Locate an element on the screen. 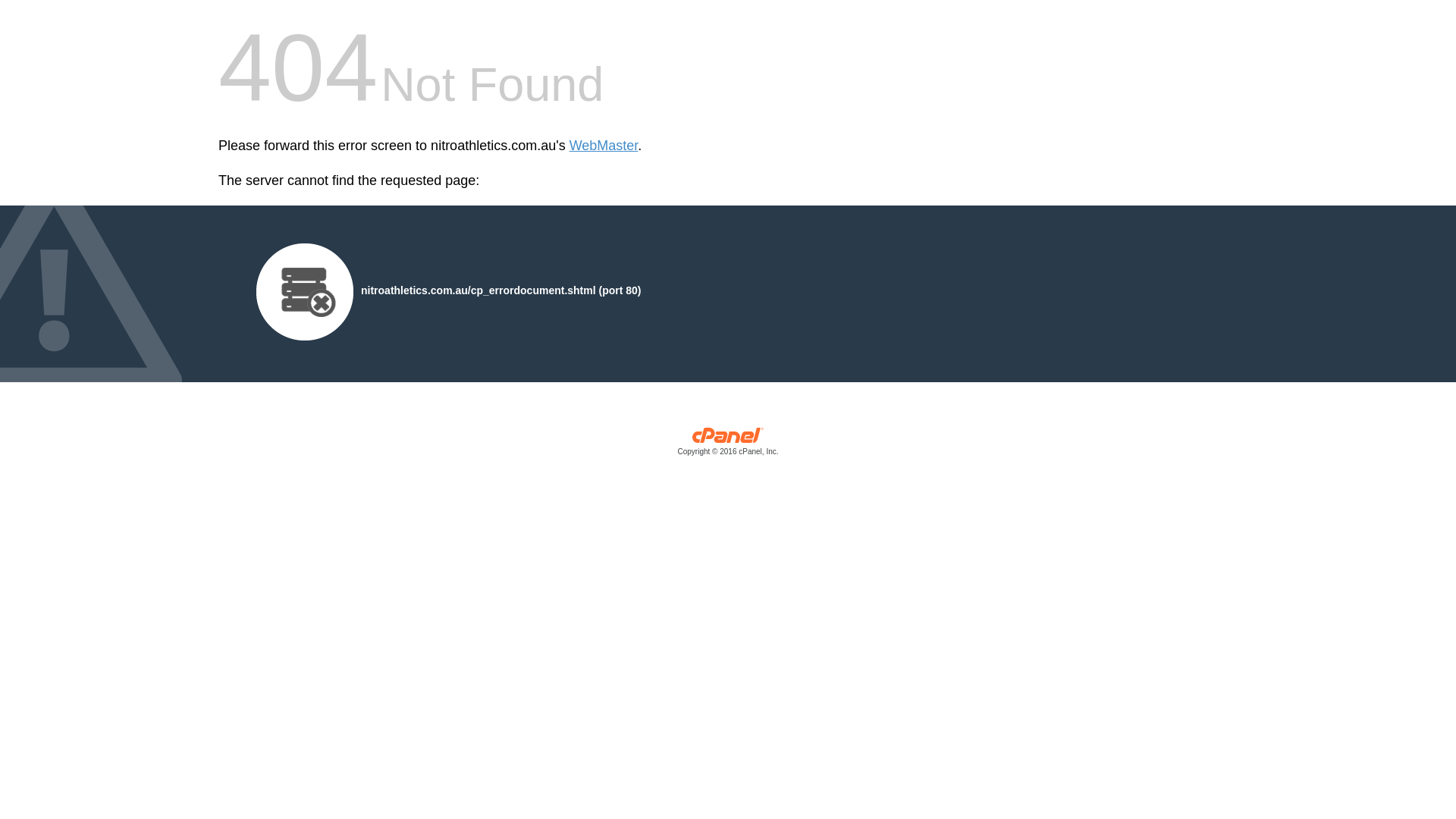 This screenshot has height=819, width=1456. 'WebMaster' is located at coordinates (603, 146).